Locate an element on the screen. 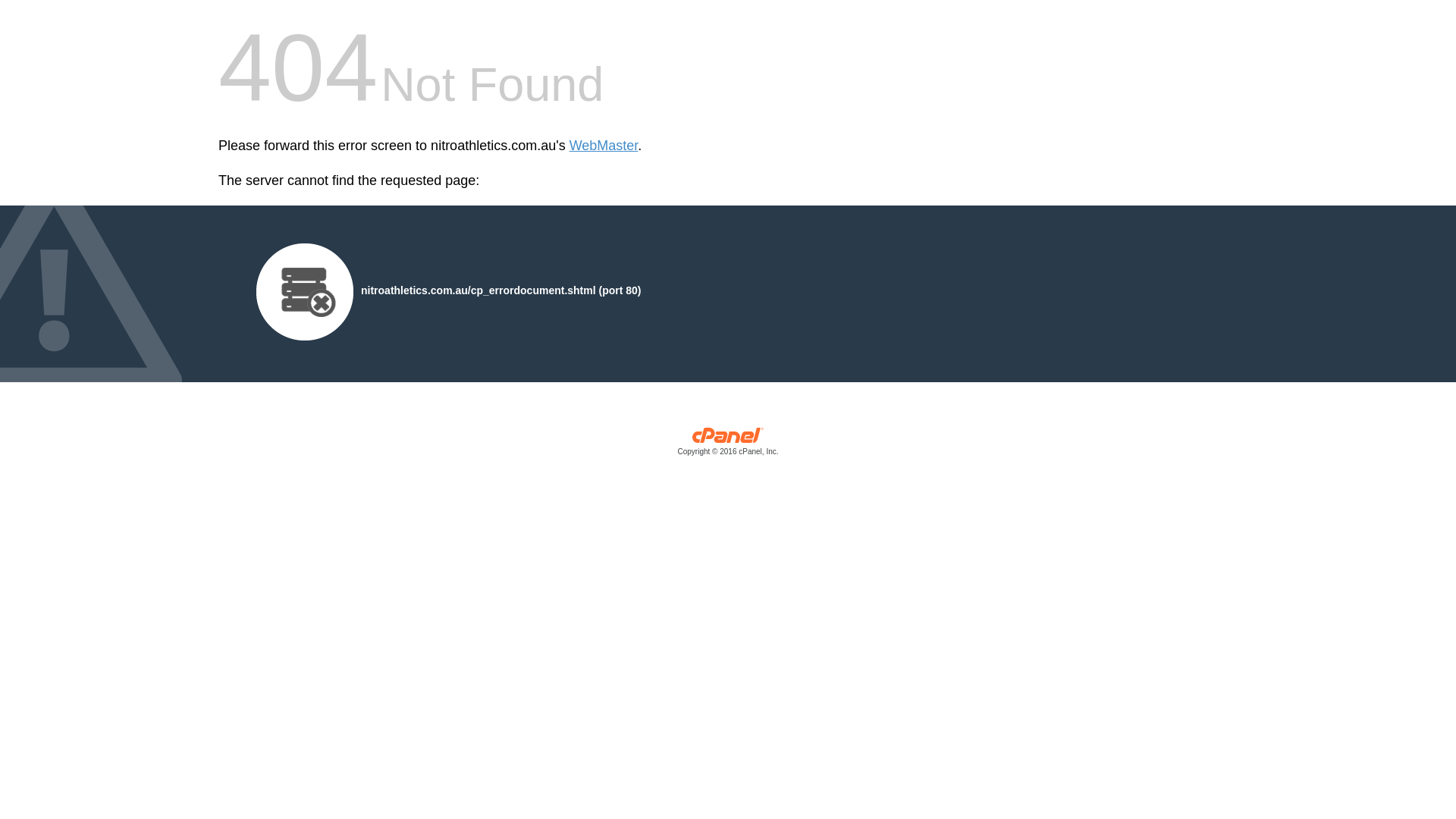 This screenshot has height=819, width=1456. 'WebMaster' is located at coordinates (603, 146).